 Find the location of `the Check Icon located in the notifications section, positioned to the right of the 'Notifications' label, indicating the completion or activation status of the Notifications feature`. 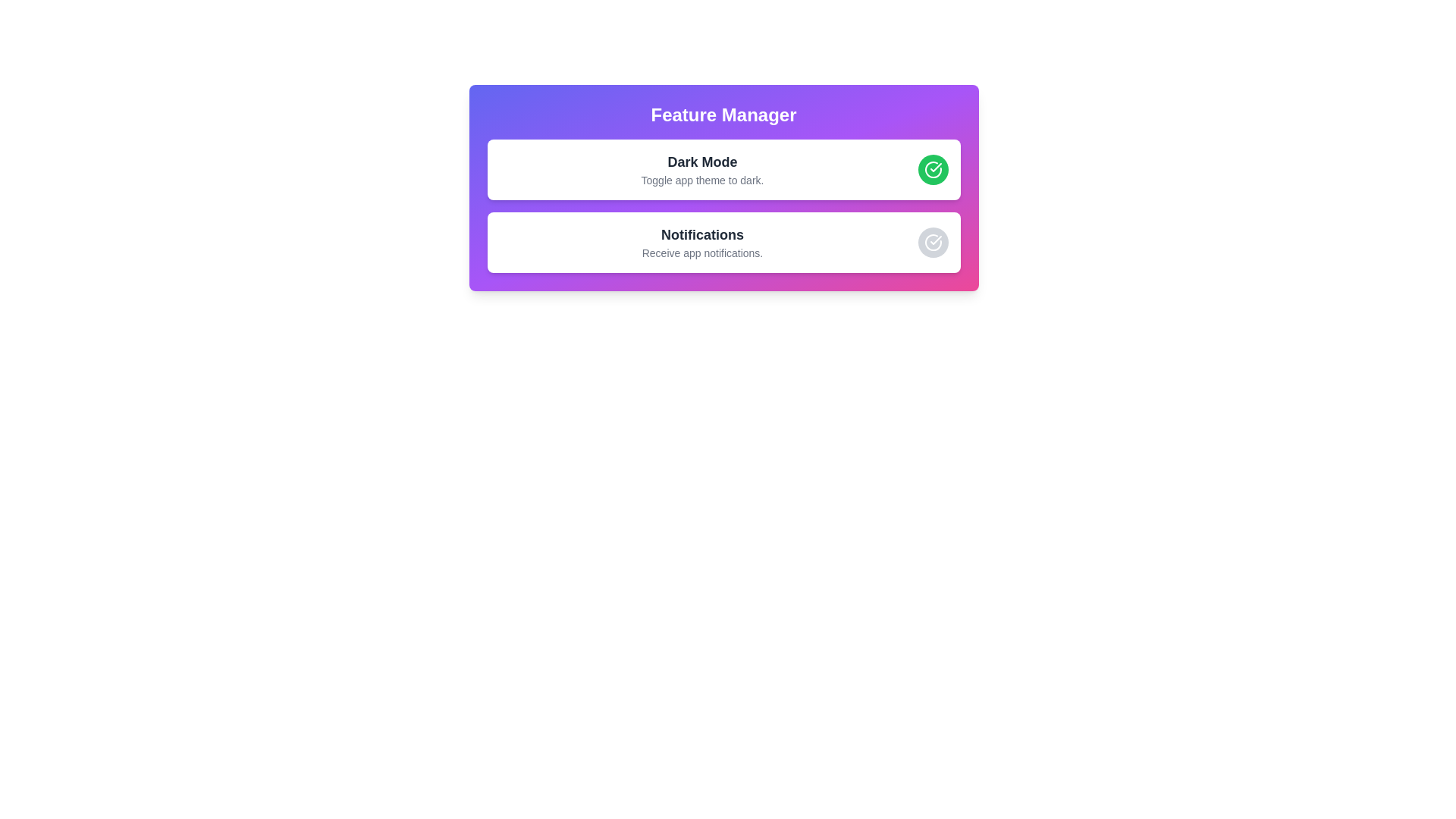

the Check Icon located in the notifications section, positioned to the right of the 'Notifications' label, indicating the completion or activation status of the Notifications feature is located at coordinates (932, 242).